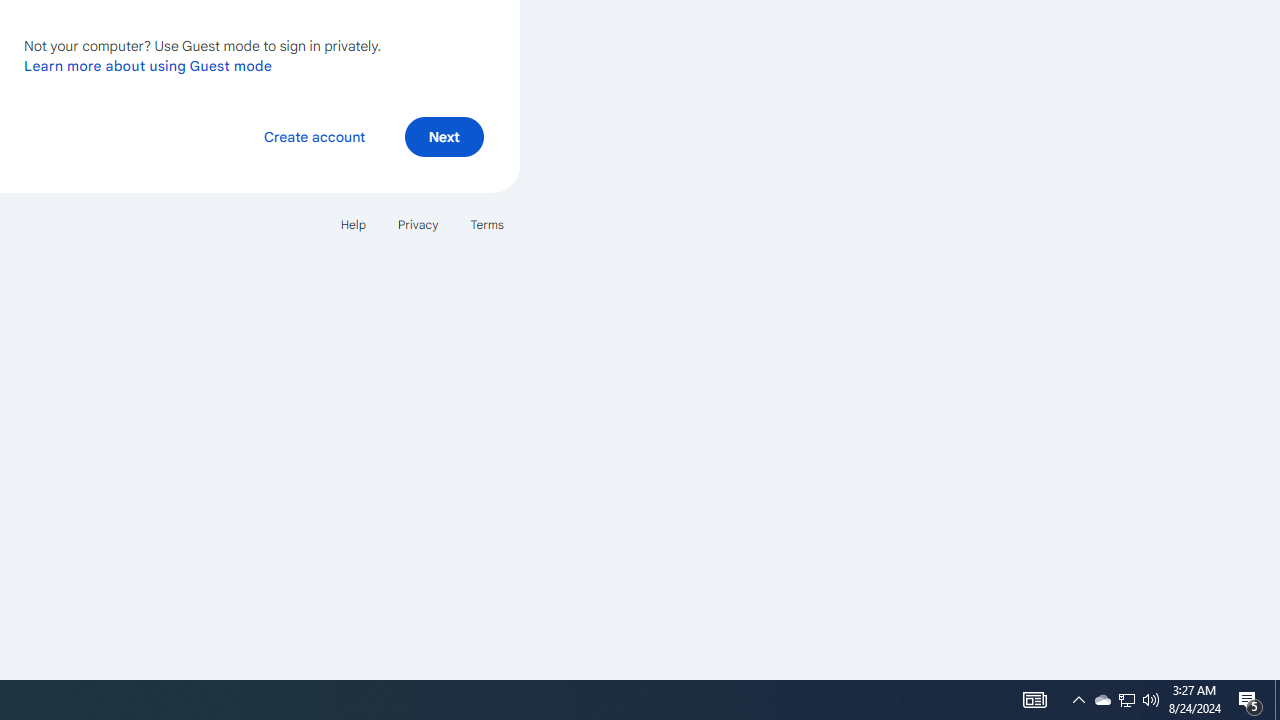 Image resolution: width=1280 pixels, height=720 pixels. I want to click on 'Learn more about using Guest mode', so click(147, 64).